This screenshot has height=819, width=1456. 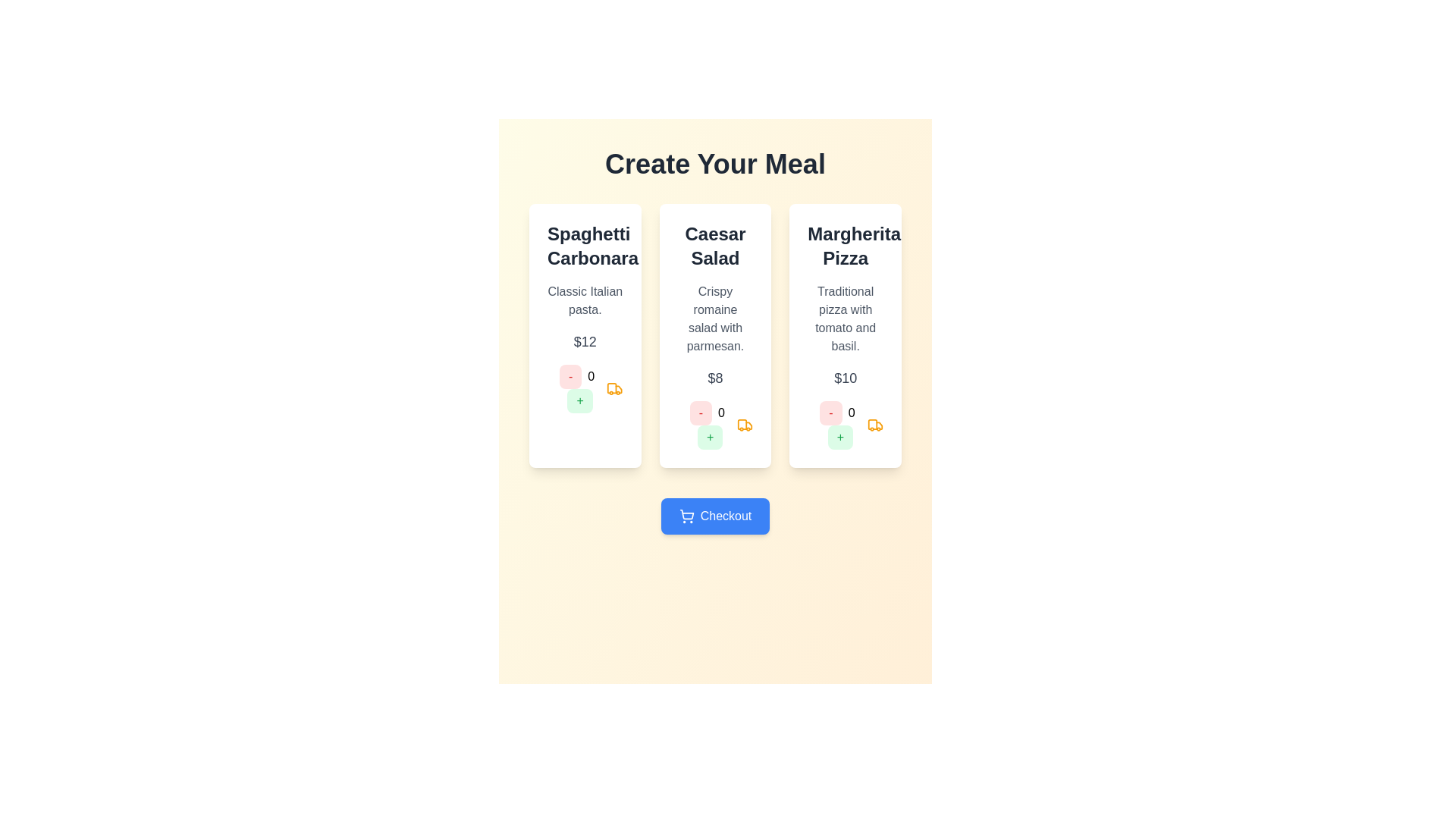 I want to click on the text displaying 'Crispy romaine salad with parmesan.' which is located beneath the heading 'Caesar Salad' and above the price marker '$8', so click(x=714, y=318).